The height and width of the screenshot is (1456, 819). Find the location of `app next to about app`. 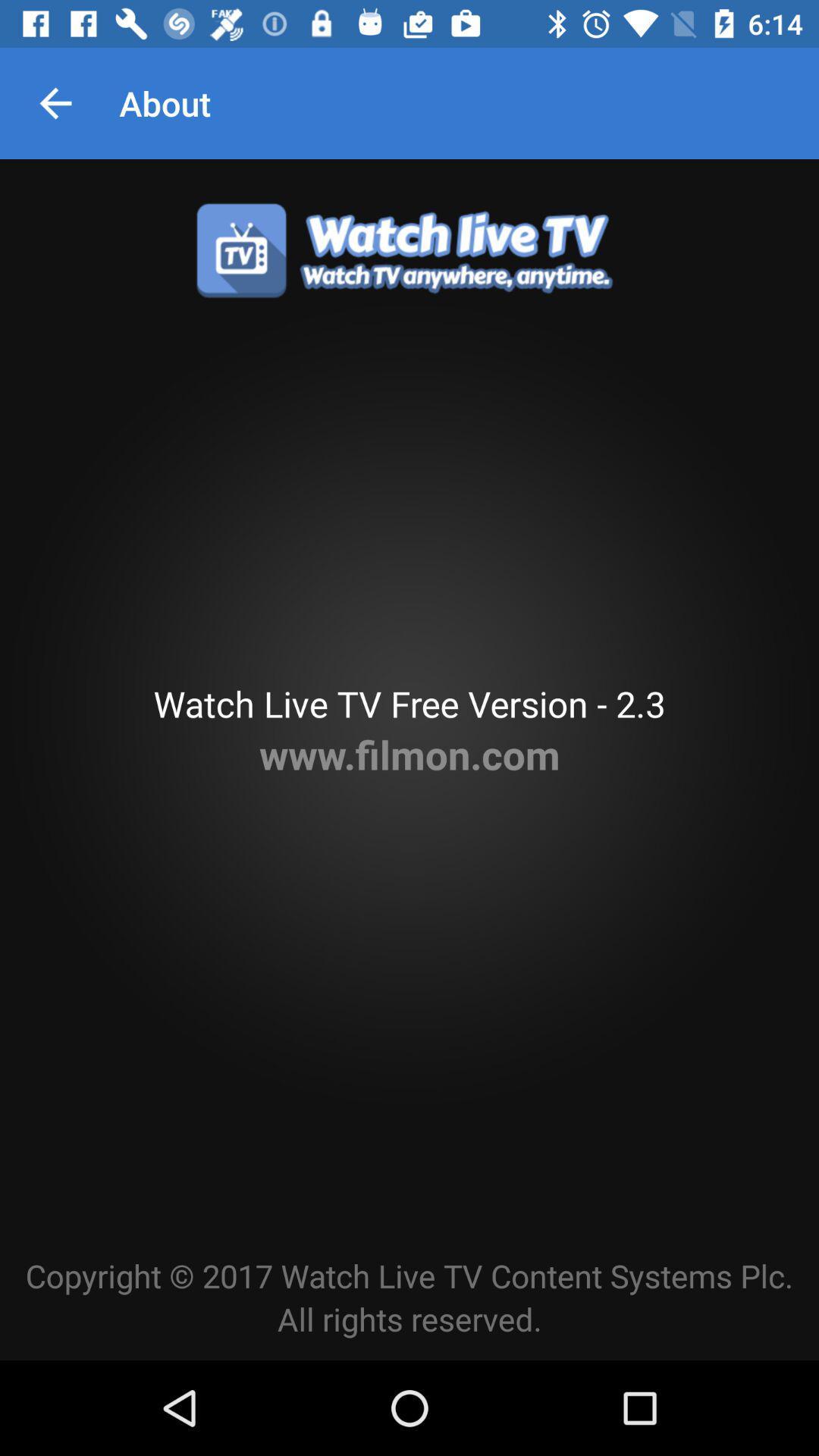

app next to about app is located at coordinates (55, 102).